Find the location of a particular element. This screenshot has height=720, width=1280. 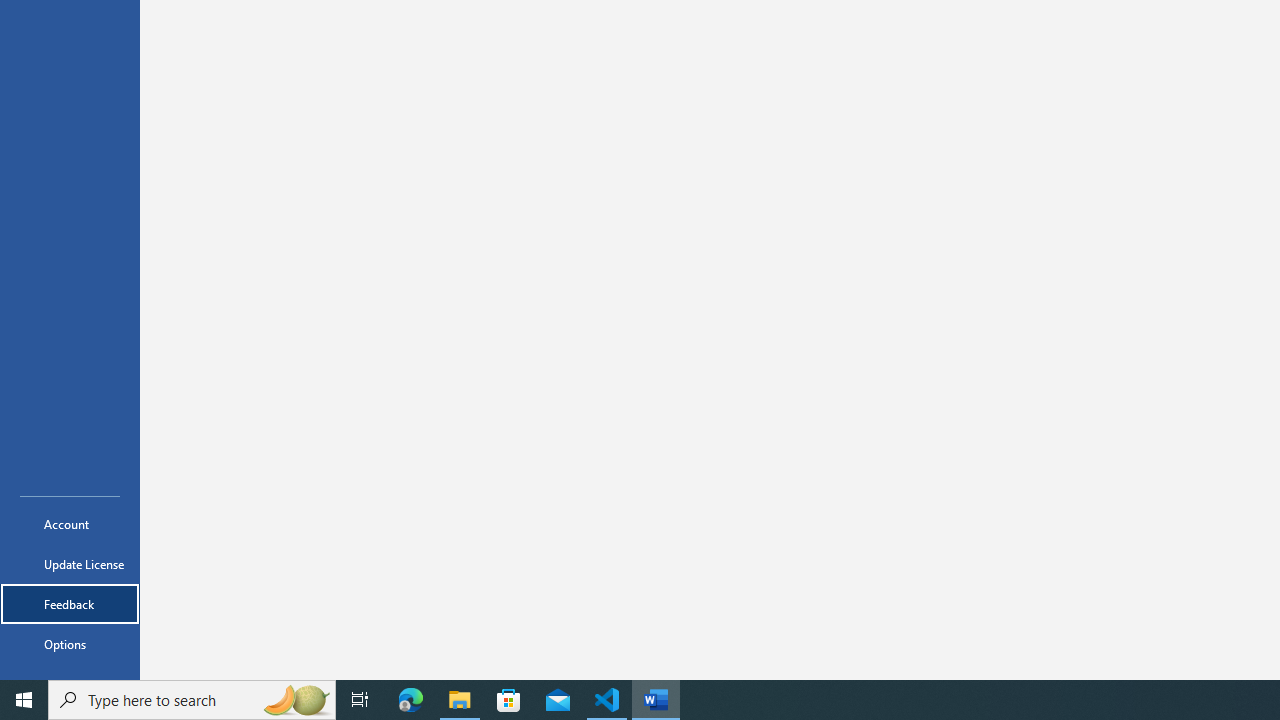

'Account' is located at coordinates (69, 523).